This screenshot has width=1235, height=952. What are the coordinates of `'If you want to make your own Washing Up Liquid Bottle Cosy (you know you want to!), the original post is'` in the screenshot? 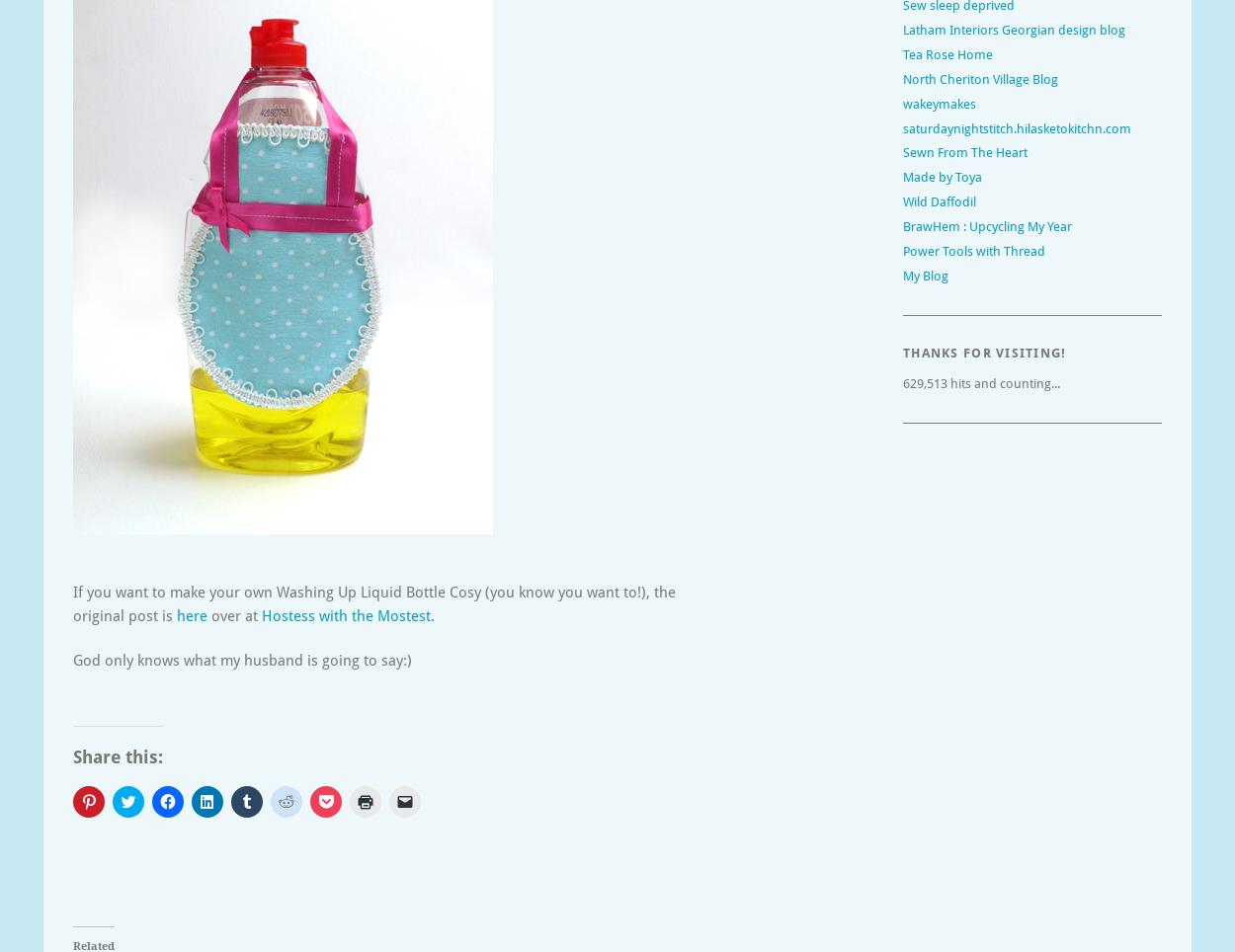 It's located at (374, 604).